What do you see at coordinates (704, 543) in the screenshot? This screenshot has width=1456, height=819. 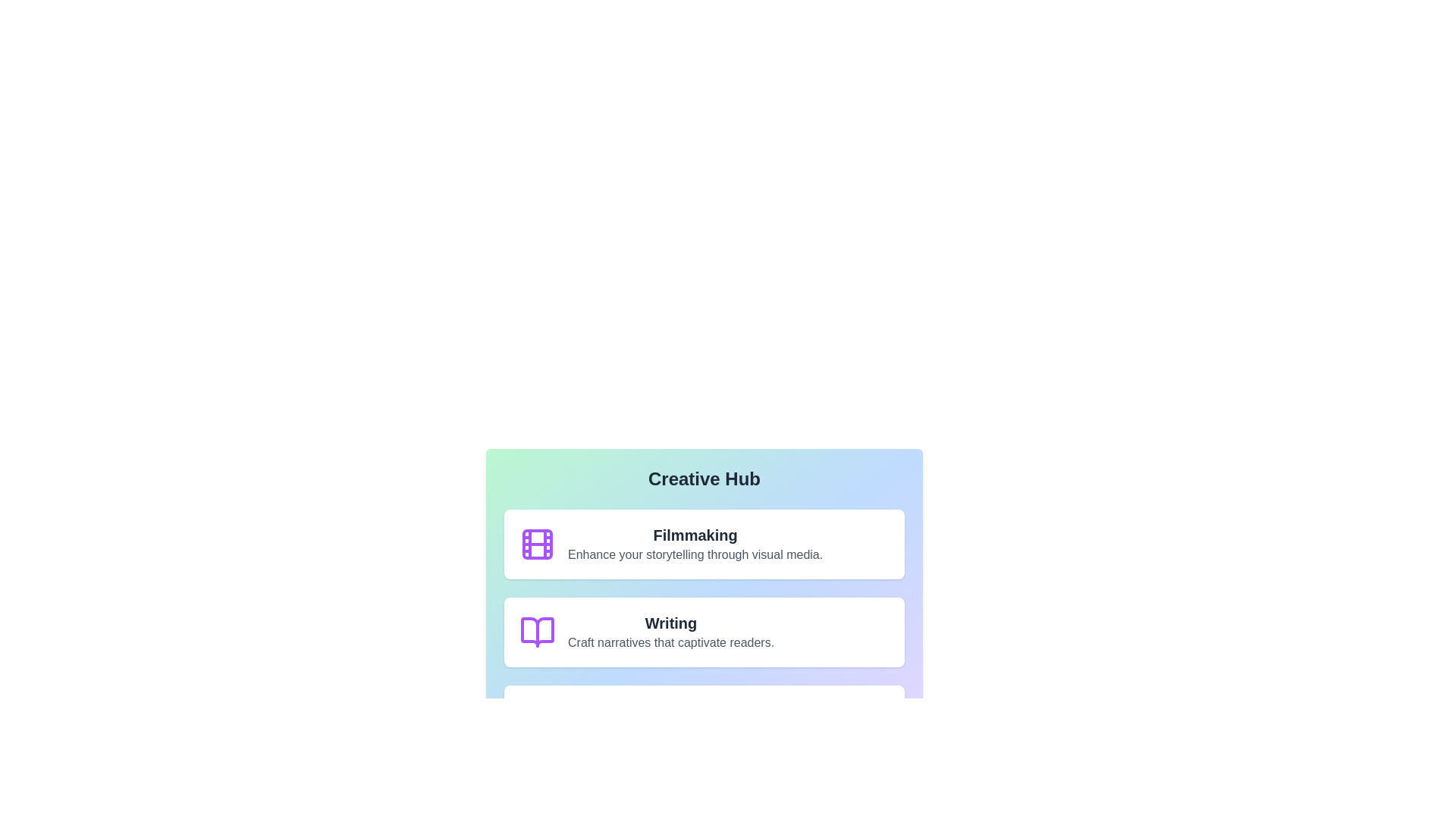 I see `the list item corresponding to Filmmaking to observe its hover effect` at bounding box center [704, 543].